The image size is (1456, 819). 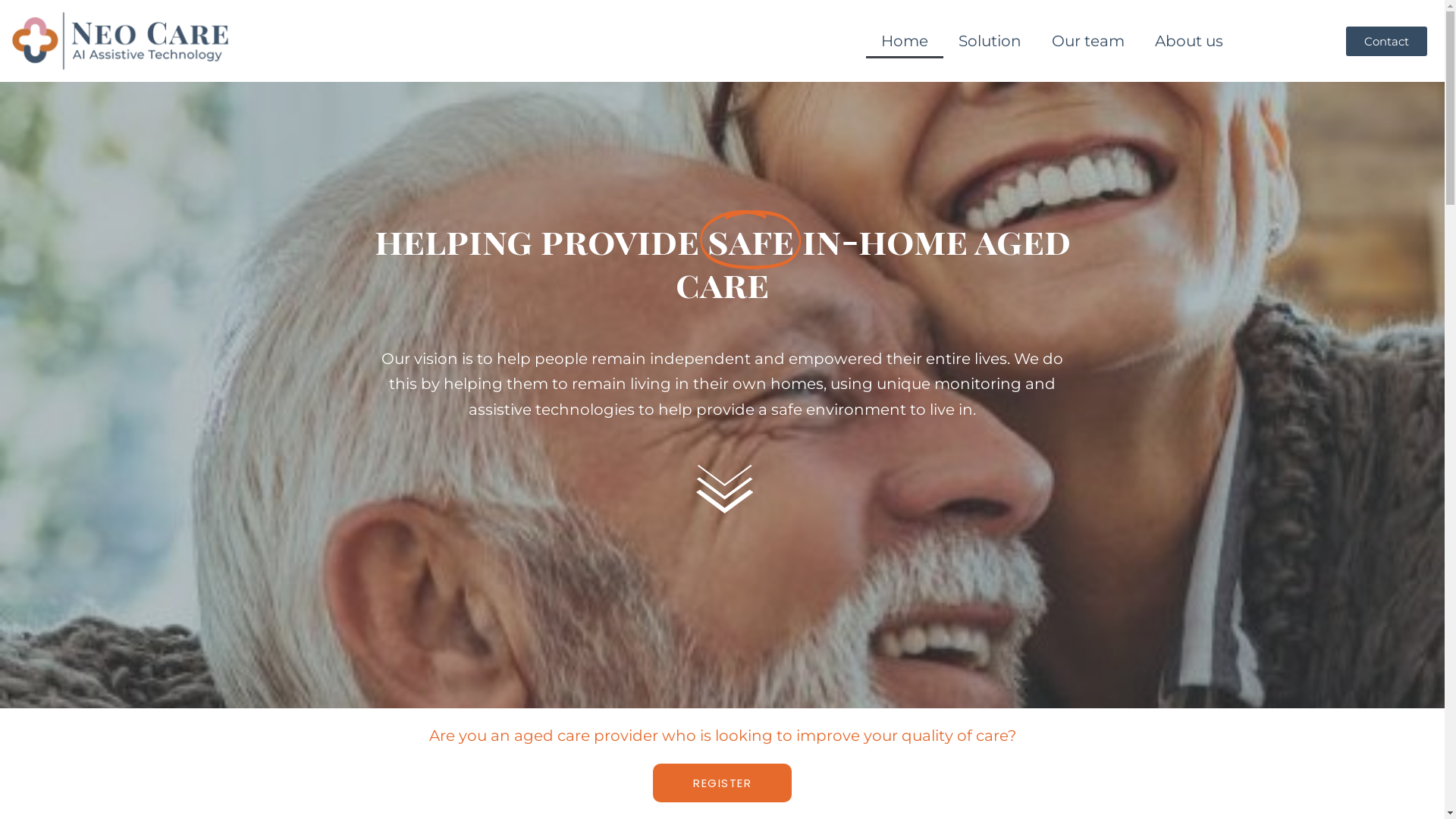 What do you see at coordinates (905, 40) in the screenshot?
I see `'Home'` at bounding box center [905, 40].